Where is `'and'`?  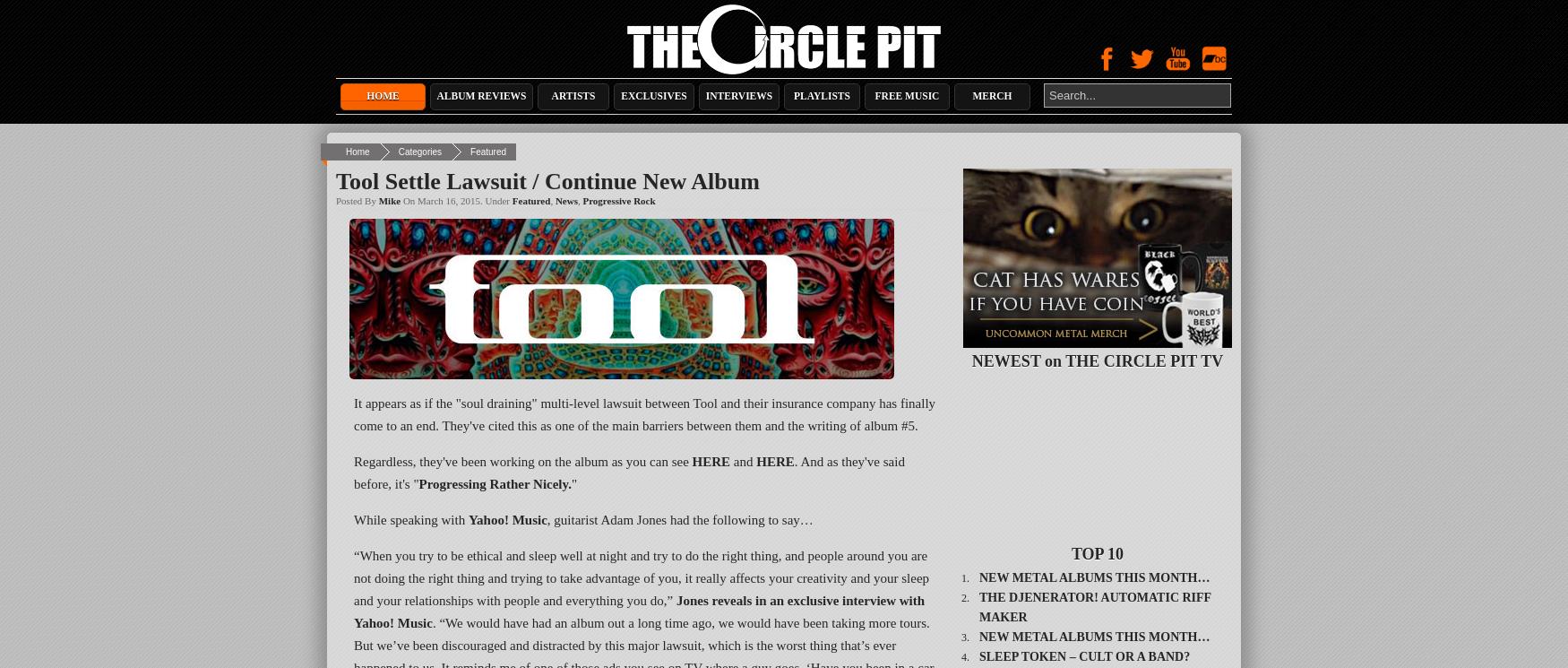 'and' is located at coordinates (743, 461).